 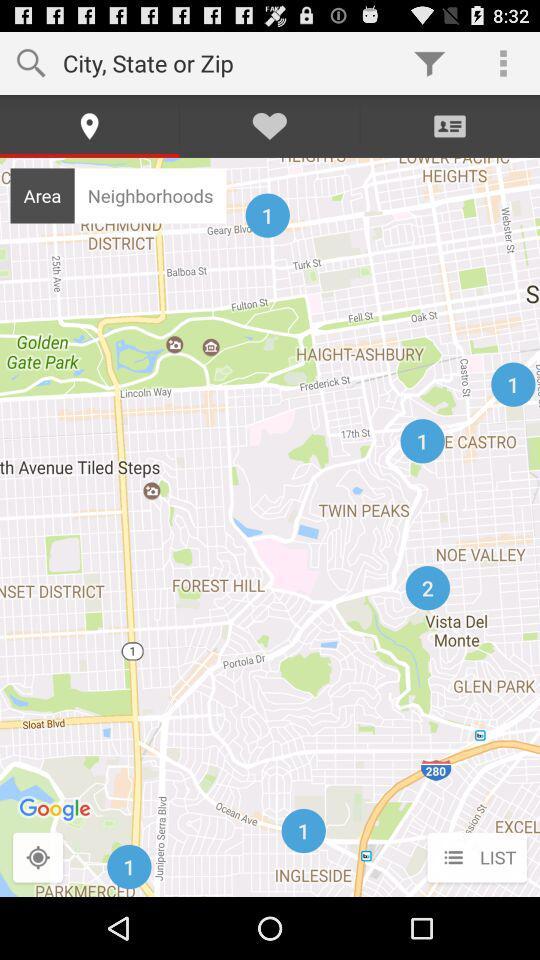 What do you see at coordinates (38, 857) in the screenshot?
I see `the icon to the left of the list icon` at bounding box center [38, 857].